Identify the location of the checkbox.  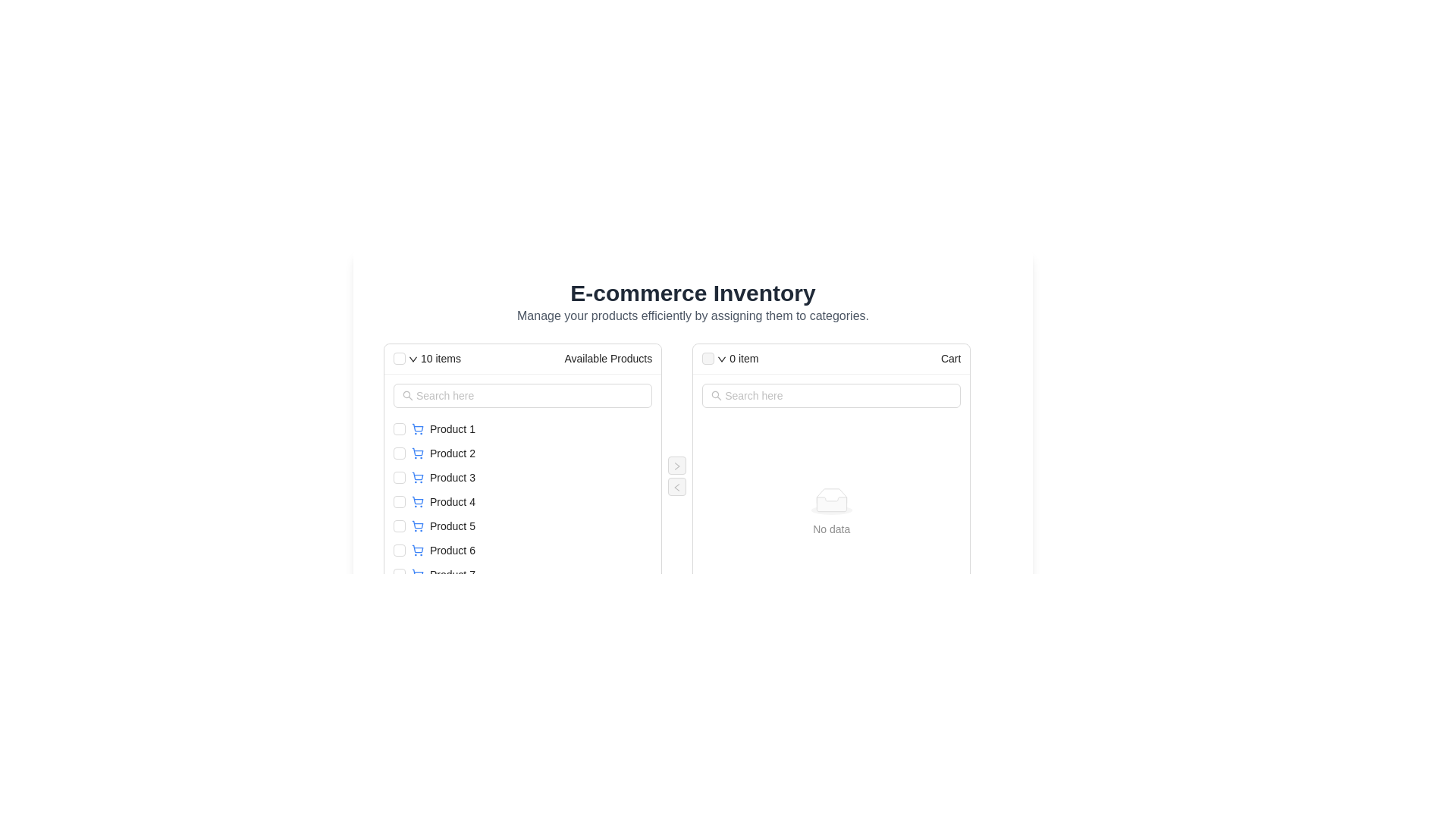
(400, 526).